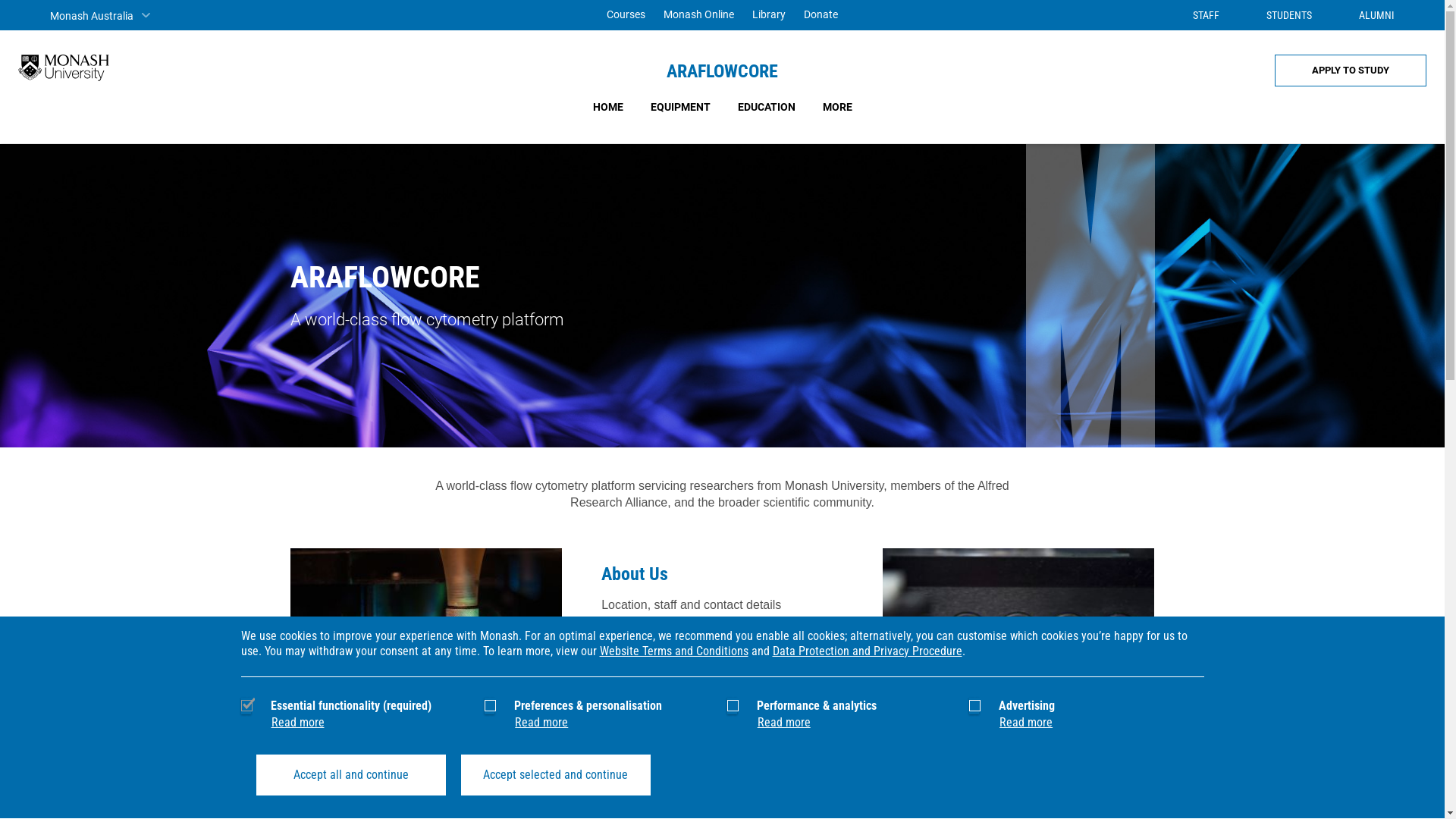  What do you see at coordinates (460, 775) in the screenshot?
I see `'Accept selected and continue'` at bounding box center [460, 775].